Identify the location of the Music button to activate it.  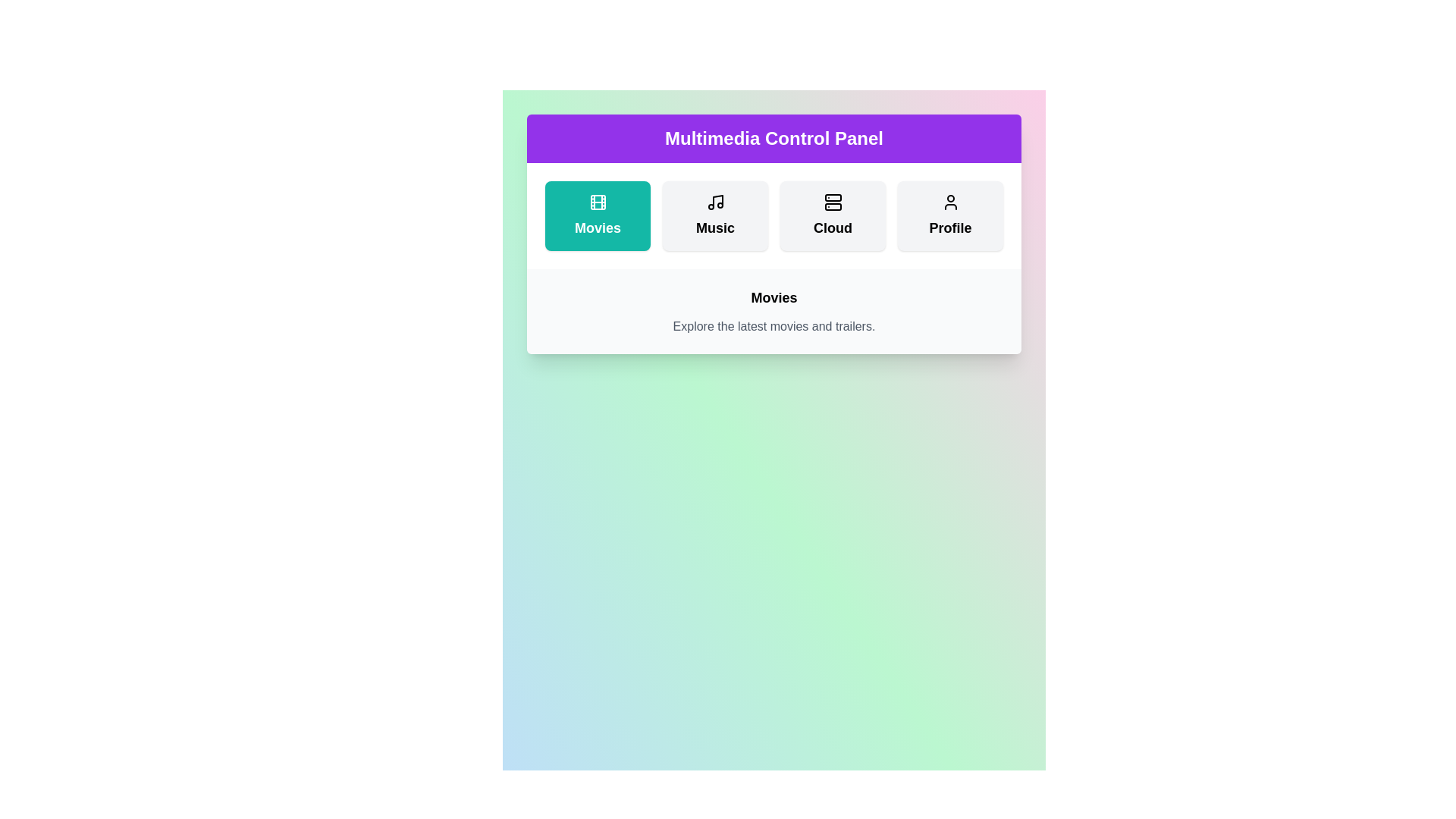
(714, 216).